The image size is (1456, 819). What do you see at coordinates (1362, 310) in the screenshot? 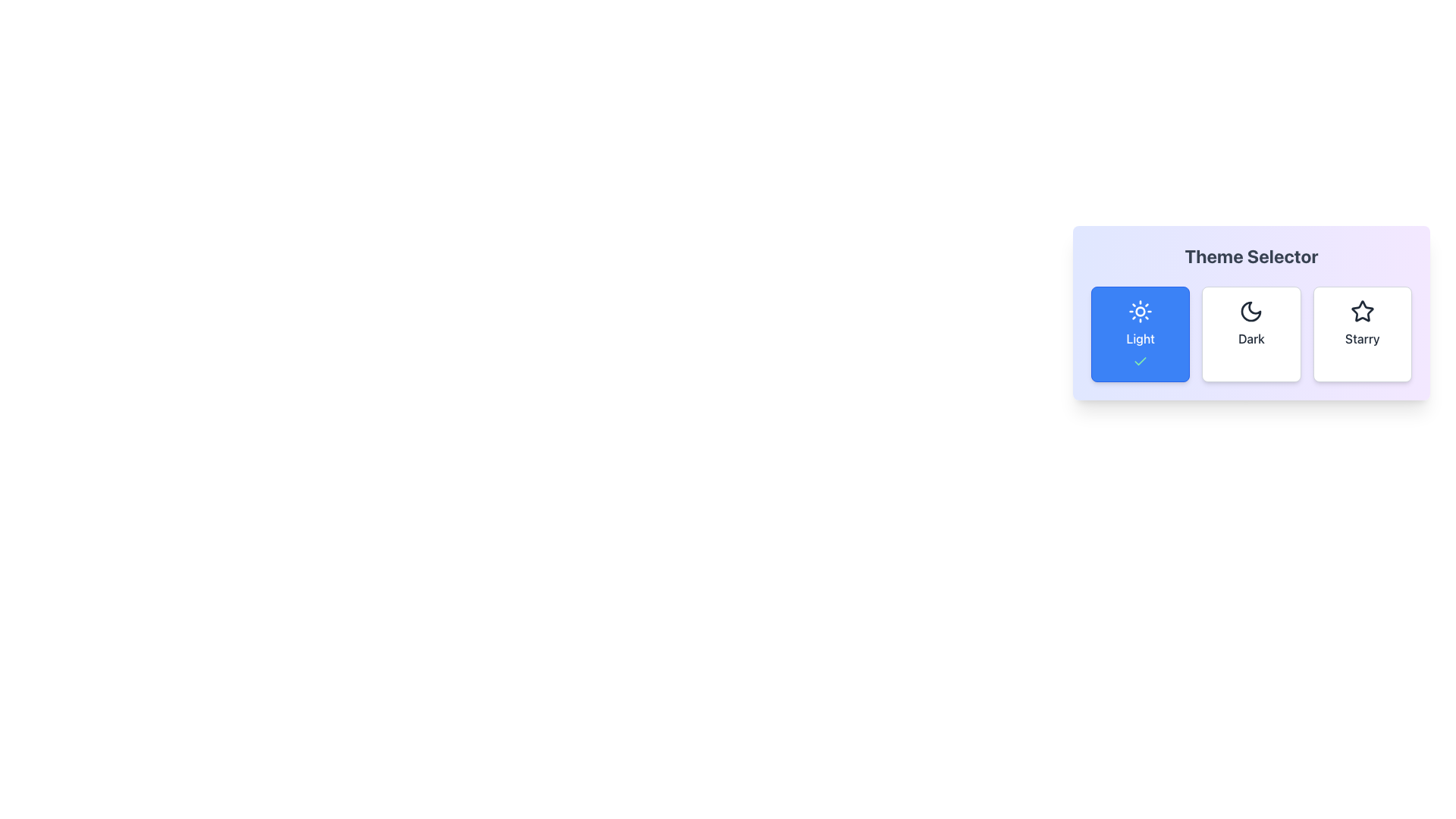
I see `the star-shaped icon button located on the rightmost side of the three-button group` at bounding box center [1362, 310].